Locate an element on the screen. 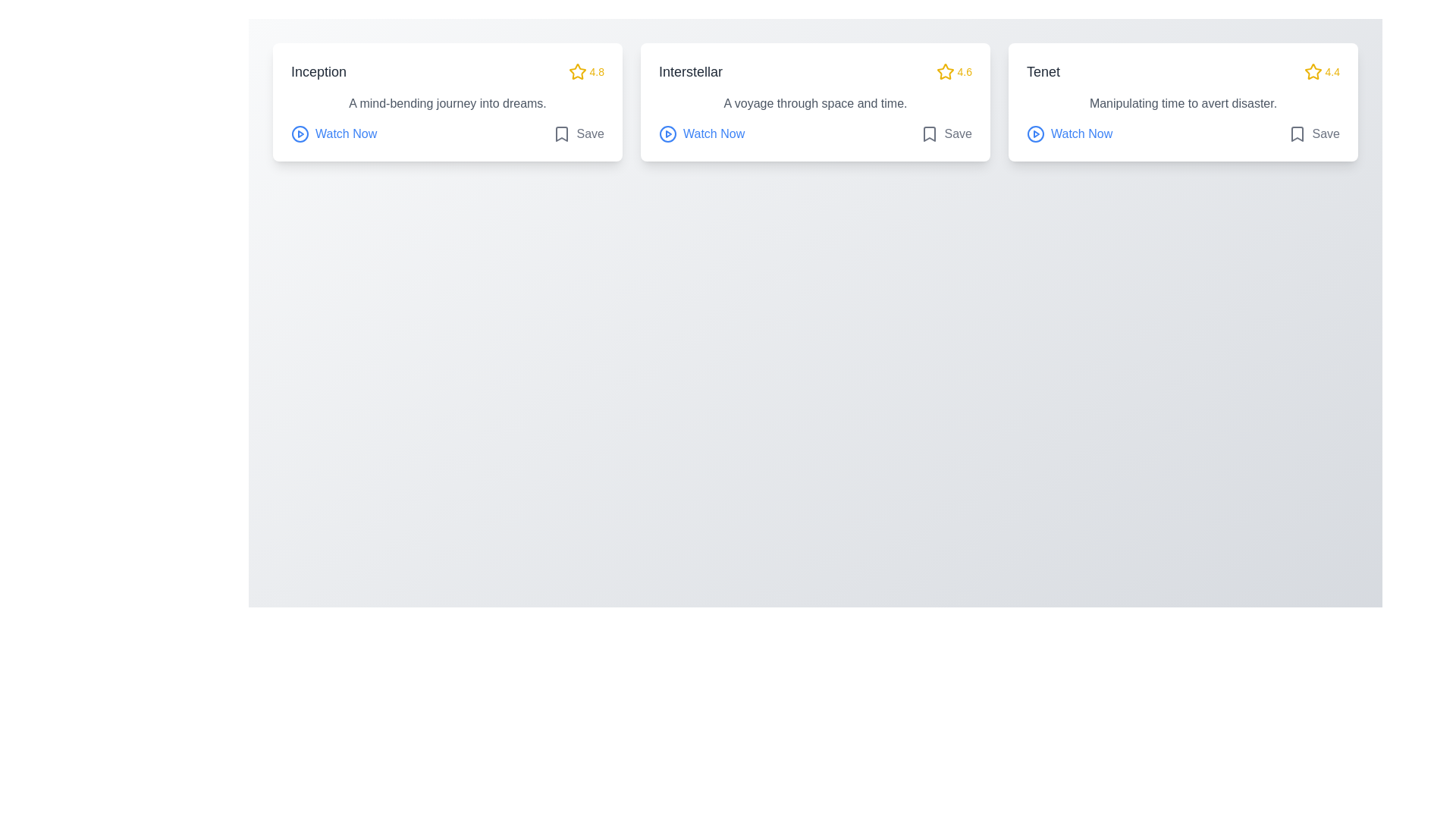  the movie rating text for 'Tenet', which is positioned to the right of the yellow star icon in the top right of the card is located at coordinates (1332, 72).